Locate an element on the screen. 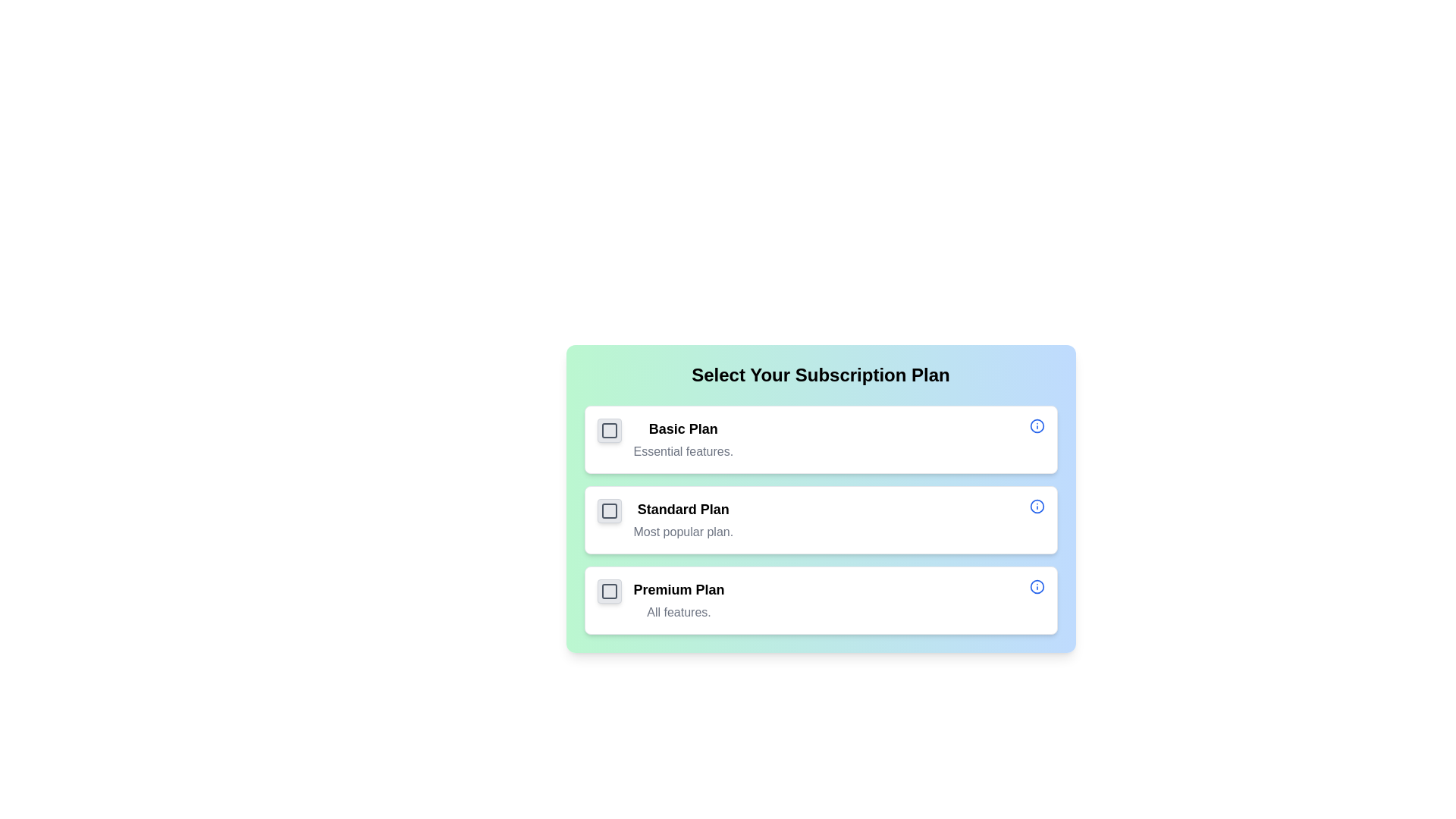  the outermost circular SVG shape located on the right side of the 'Basic Plan' option card in the subscription selection interface is located at coordinates (1036, 426).